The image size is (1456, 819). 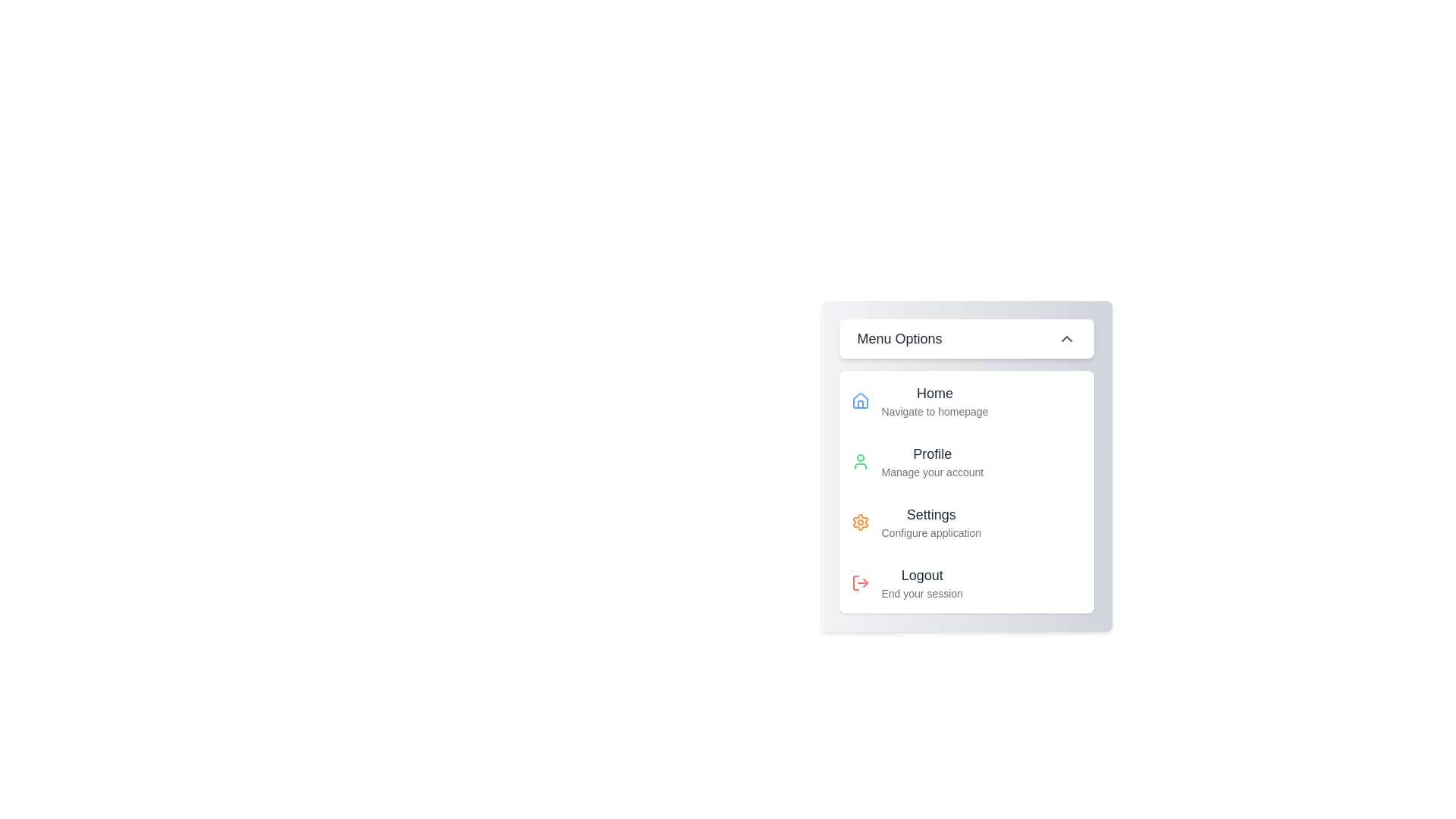 What do you see at coordinates (965, 522) in the screenshot?
I see `the 'Settings' menu item, which features an orange cogwheel icon and bold dark gray text` at bounding box center [965, 522].